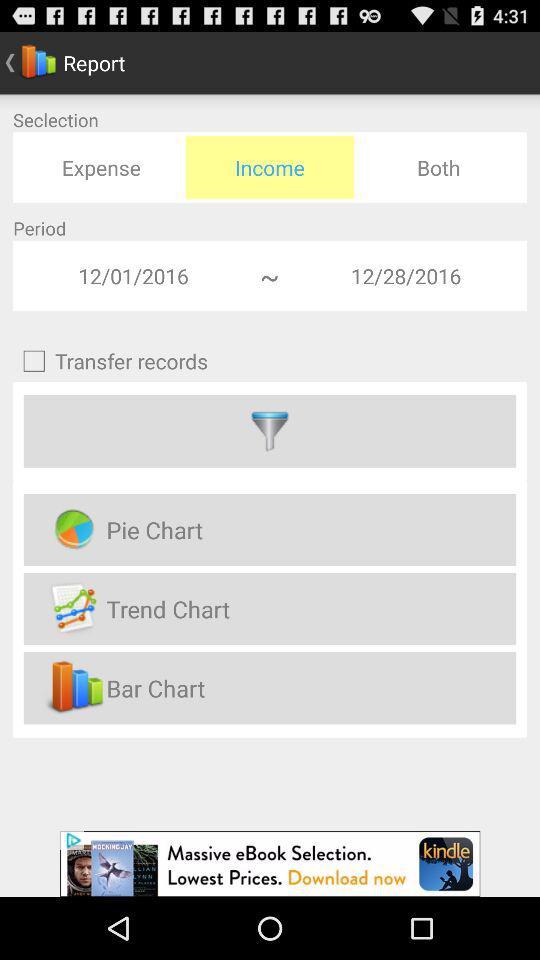 The width and height of the screenshot is (540, 960). Describe the element at coordinates (270, 863) in the screenshot. I see `advertisement banner` at that location.